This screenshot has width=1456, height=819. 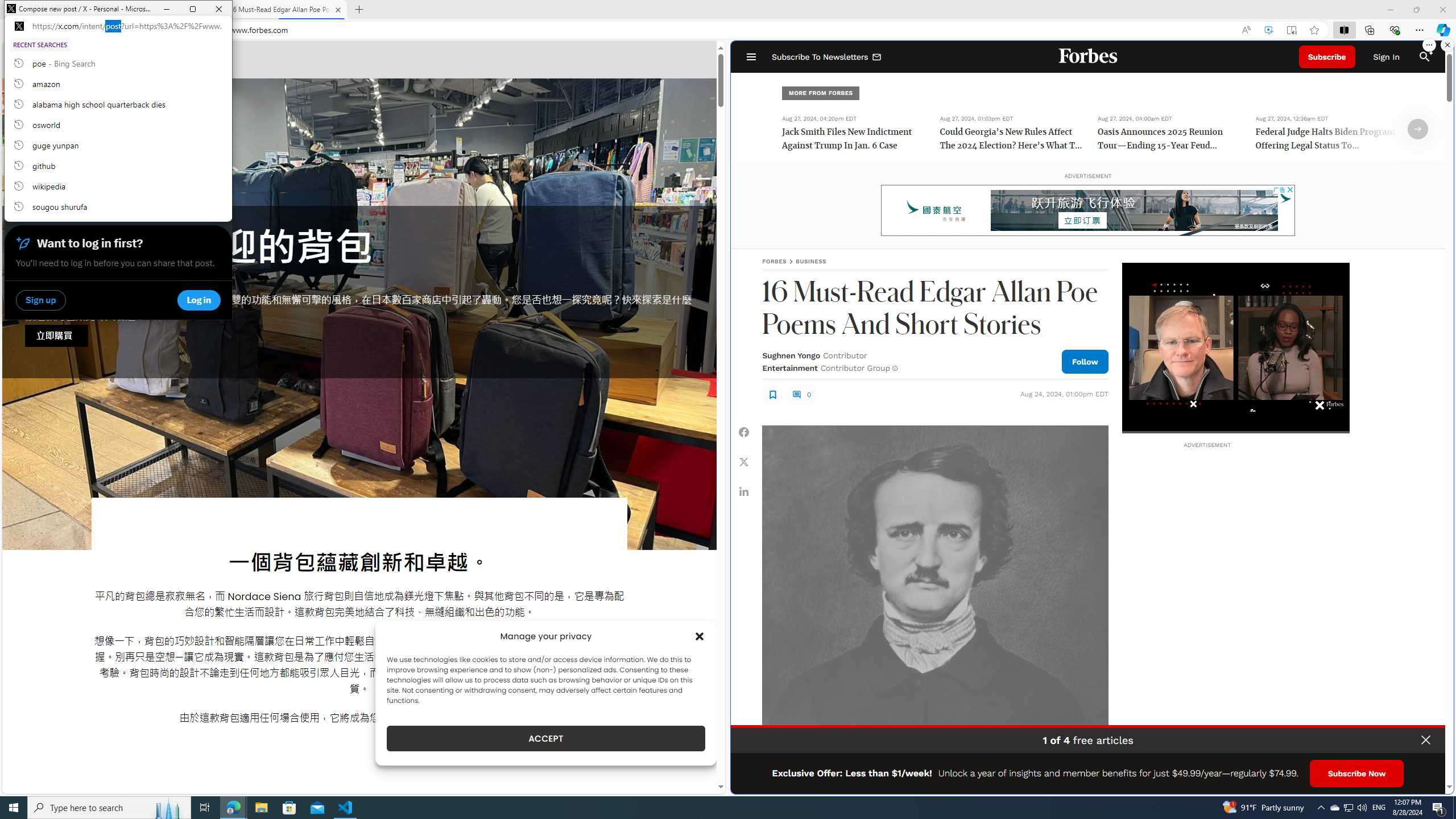 What do you see at coordinates (1085, 361) in the screenshot?
I see `'Follow Author'` at bounding box center [1085, 361].